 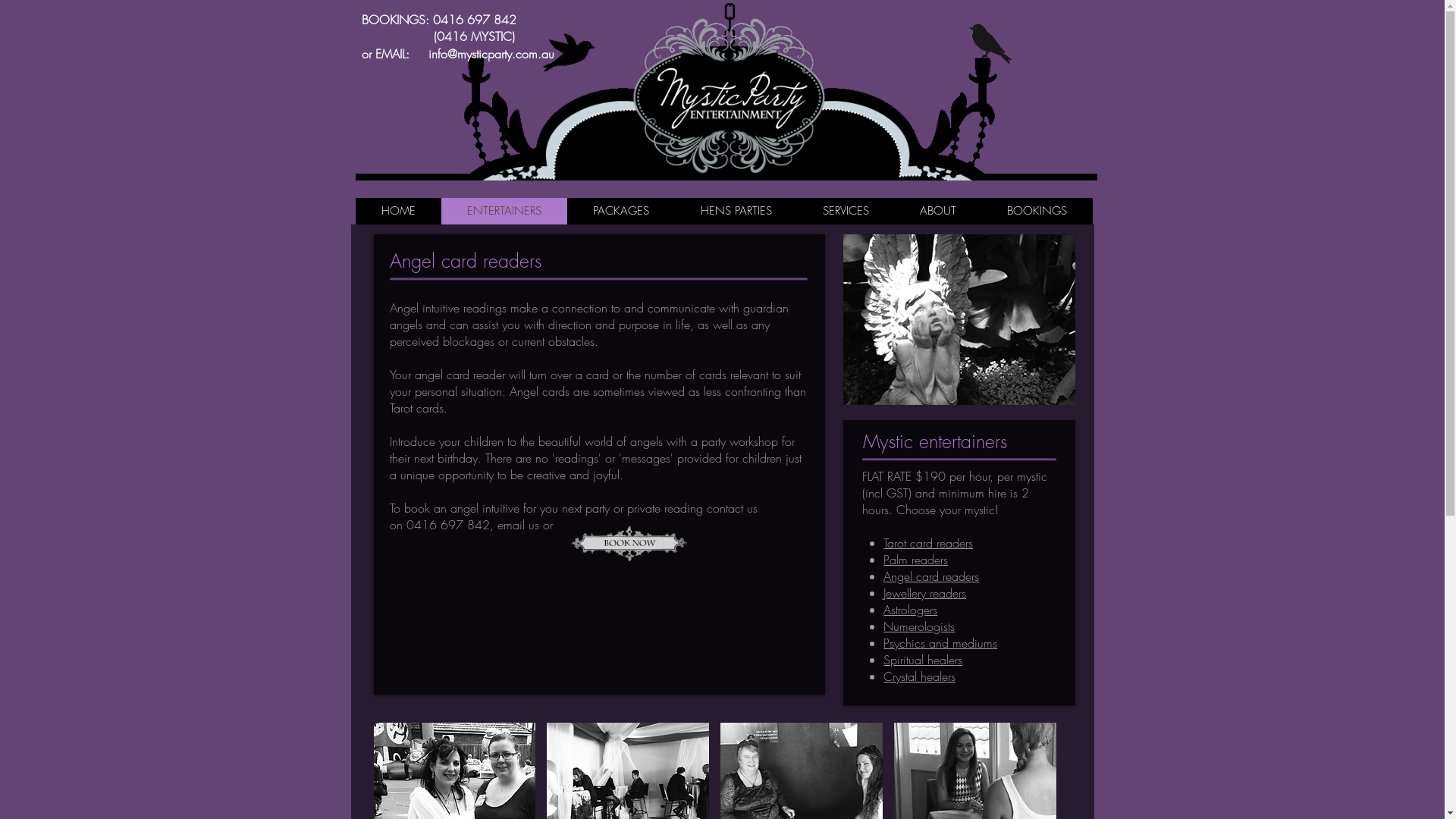 What do you see at coordinates (1036, 211) in the screenshot?
I see `'BOOKINGS'` at bounding box center [1036, 211].